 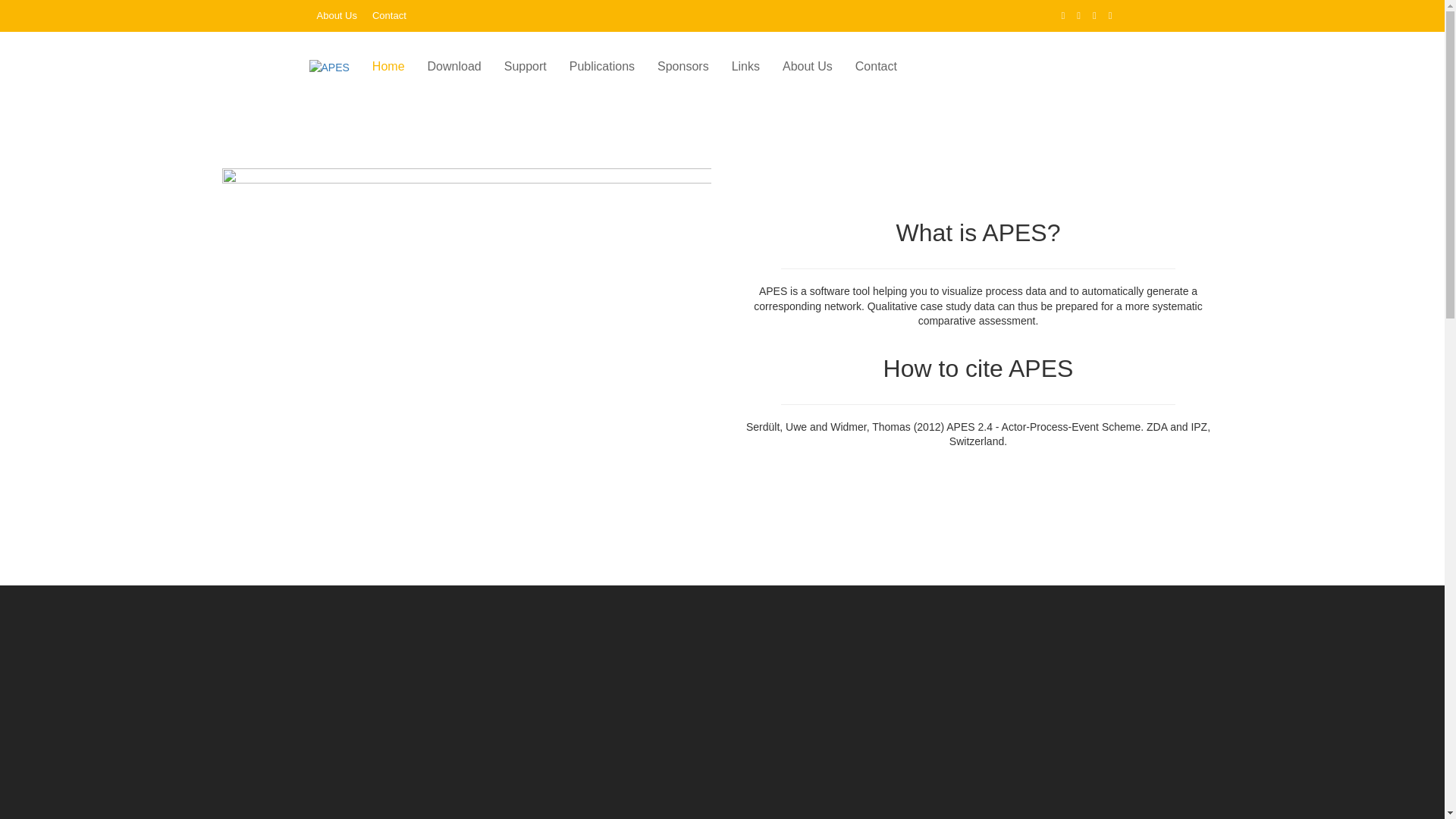 What do you see at coordinates (876, 66) in the screenshot?
I see `'Contact'` at bounding box center [876, 66].